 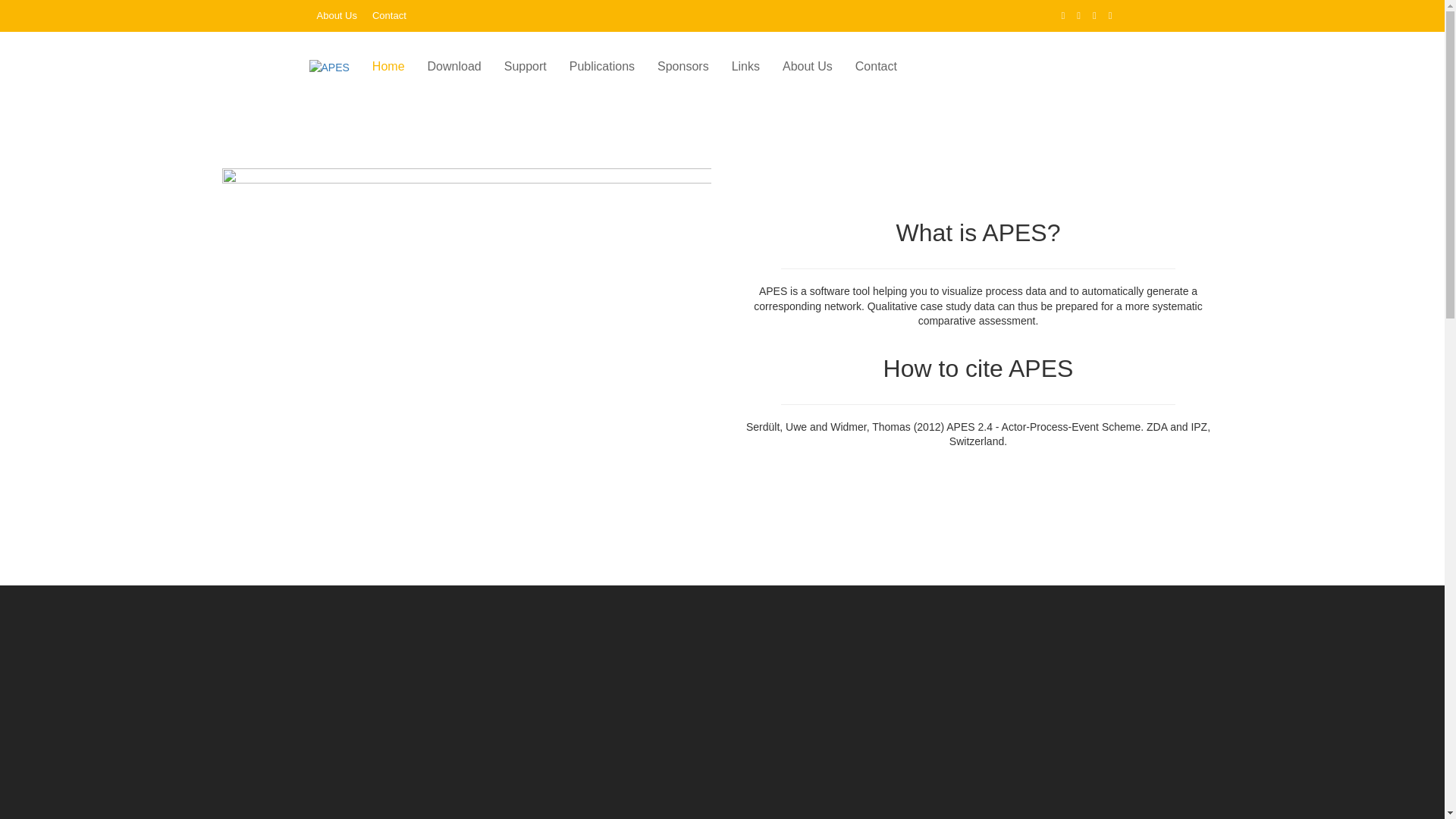 What do you see at coordinates (876, 66) in the screenshot?
I see `'Contact'` at bounding box center [876, 66].